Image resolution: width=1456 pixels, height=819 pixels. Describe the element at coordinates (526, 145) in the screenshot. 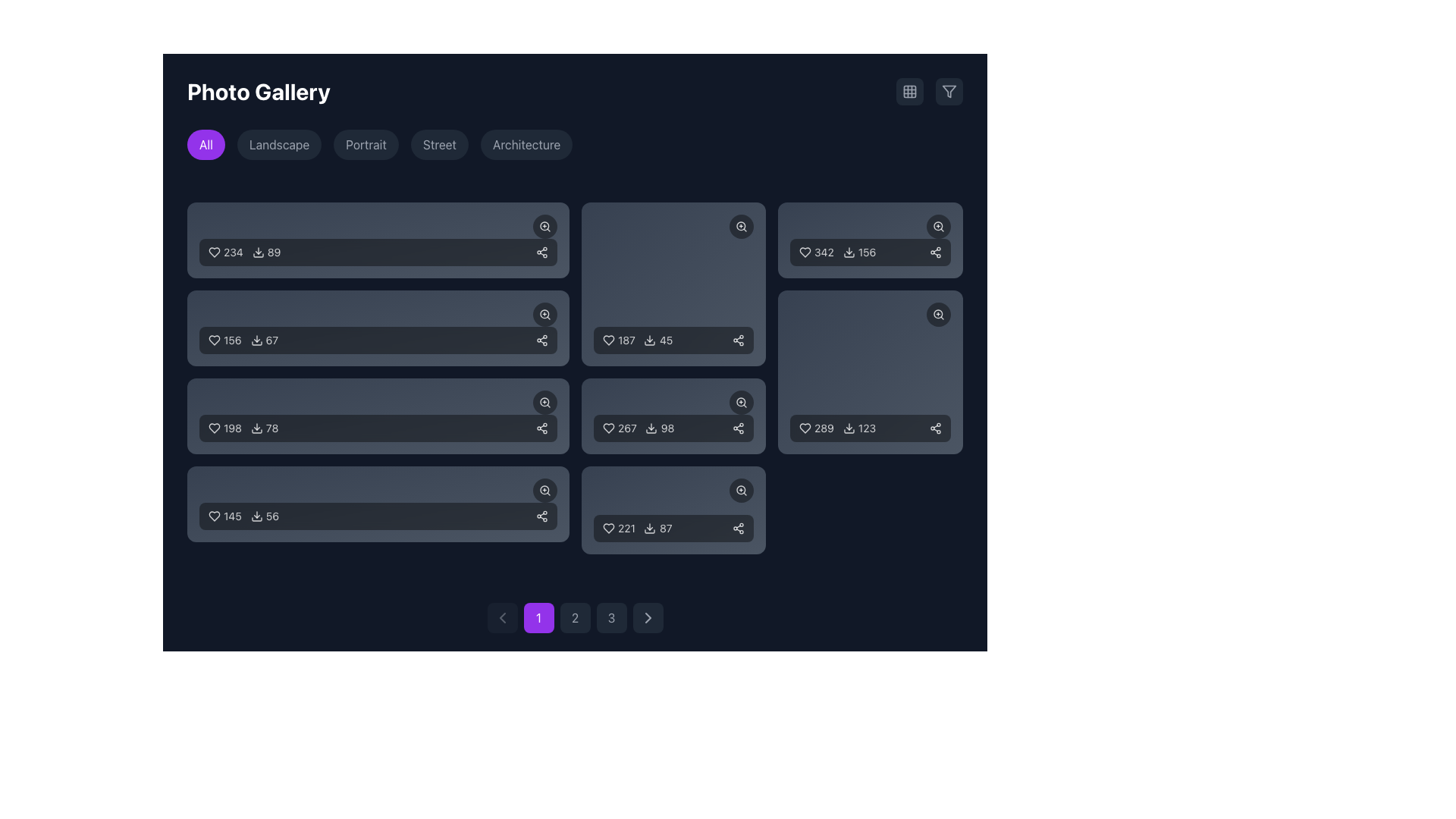

I see `the filter button for 'Architecture' located below the title 'Photo Gallery'` at that location.